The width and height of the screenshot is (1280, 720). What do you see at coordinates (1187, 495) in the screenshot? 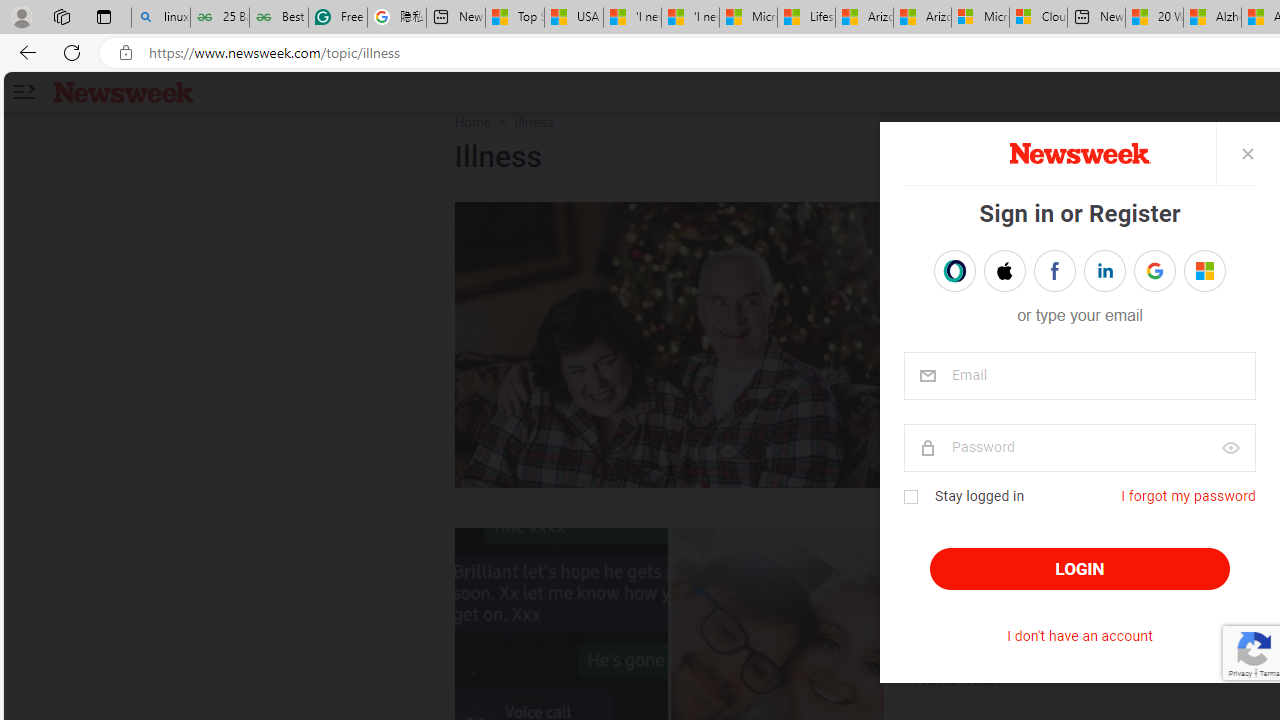
I see `'I forgot my password'` at bounding box center [1187, 495].